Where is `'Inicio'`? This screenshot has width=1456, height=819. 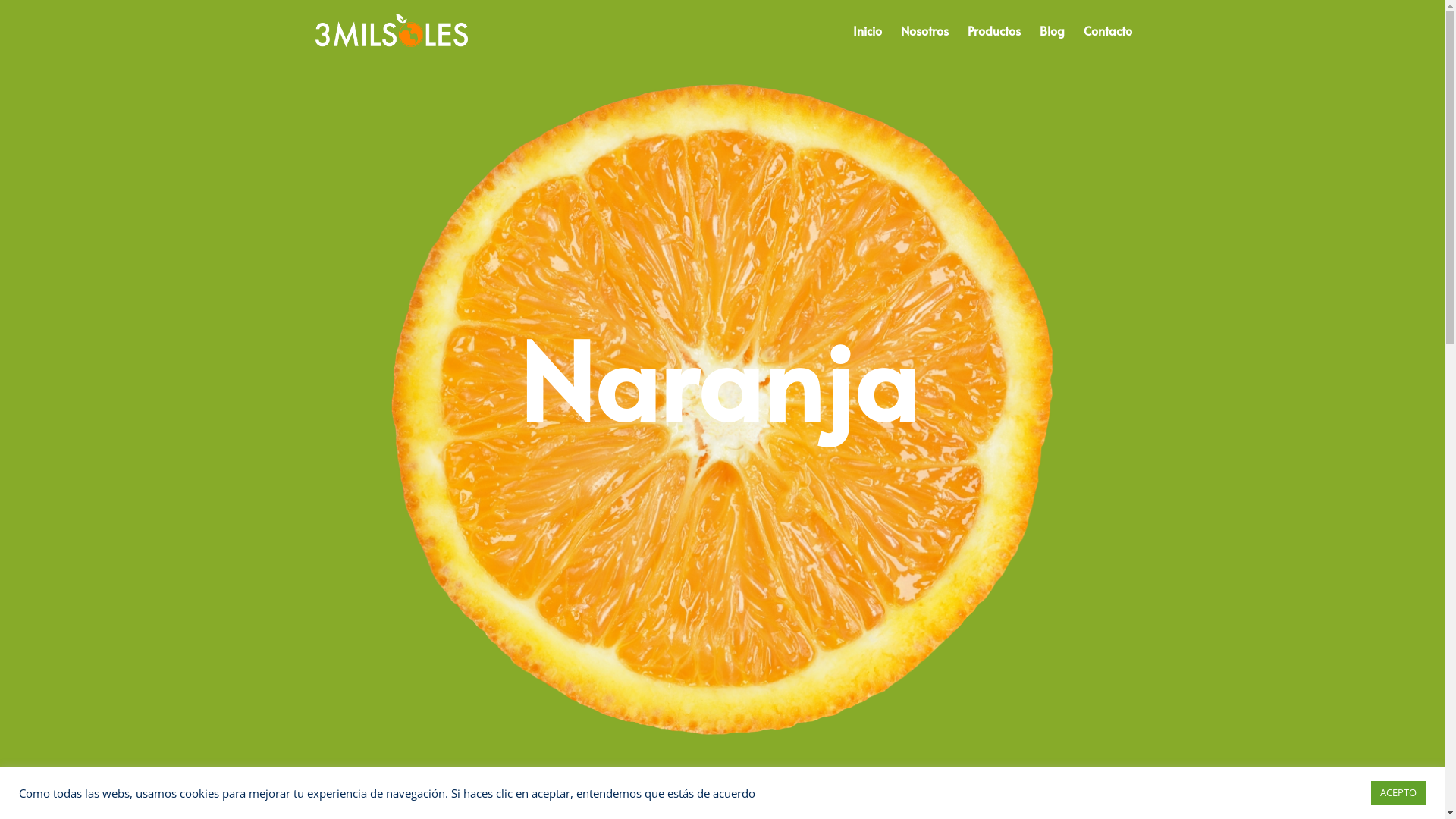 'Inicio' is located at coordinates (852, 42).